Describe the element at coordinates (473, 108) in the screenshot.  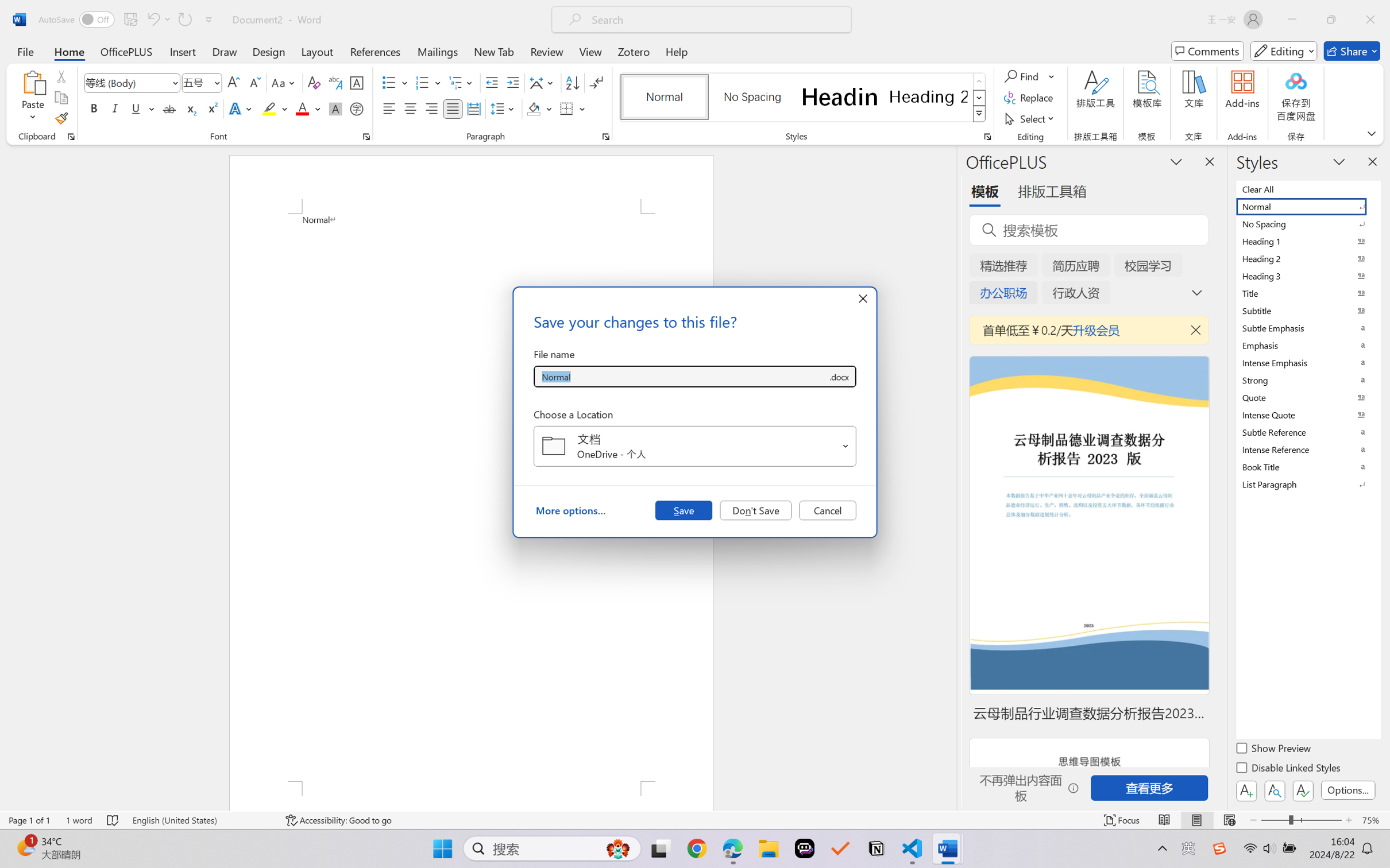
I see `'Distributed'` at that location.